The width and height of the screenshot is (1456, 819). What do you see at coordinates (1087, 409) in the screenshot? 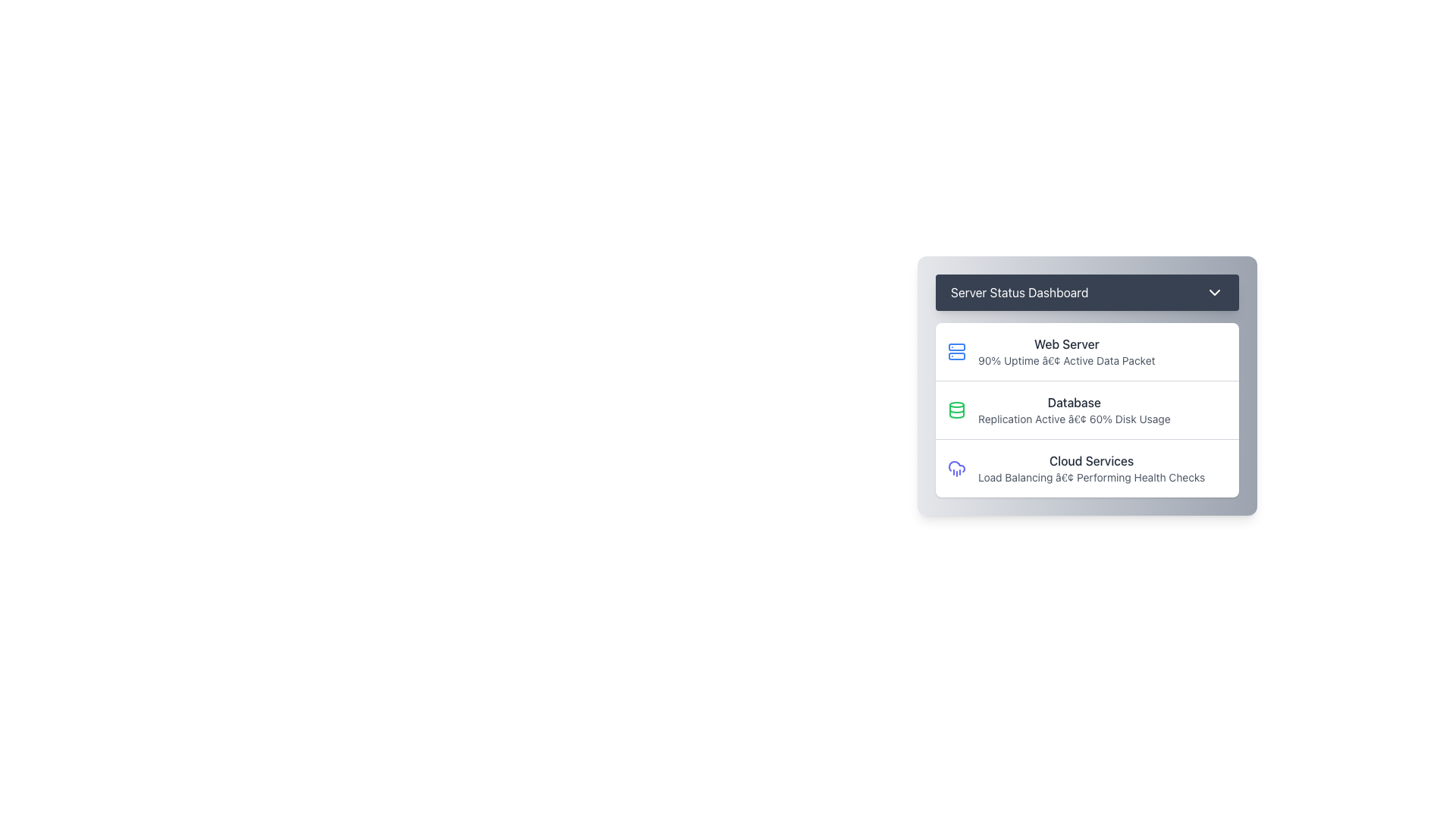
I see `the Status Display Card that provides status information about the database system in the 'Server Status Dashboard', located between 'Web Server' and 'Cloud Services'` at bounding box center [1087, 409].